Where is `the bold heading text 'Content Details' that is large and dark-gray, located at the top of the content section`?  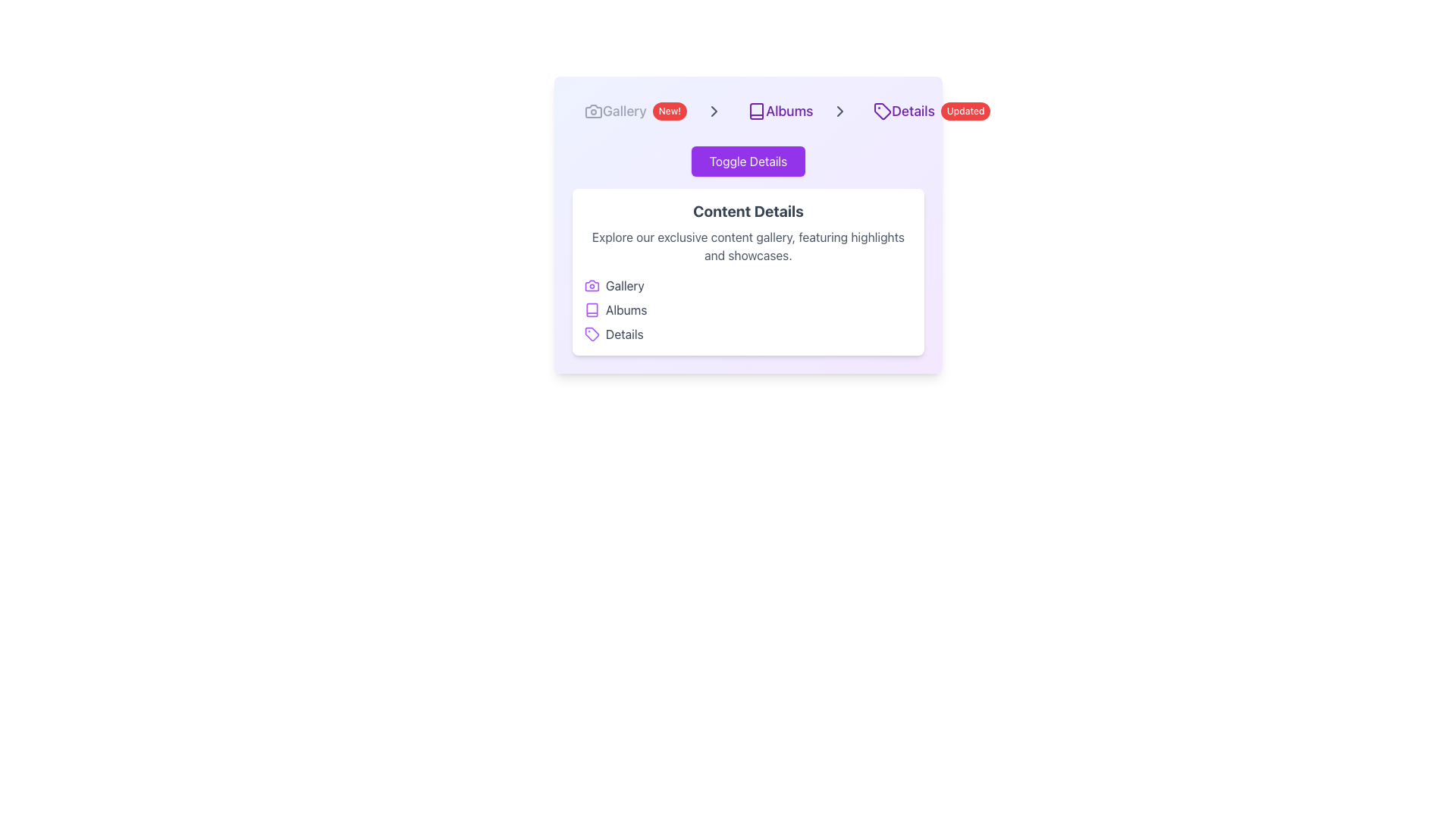
the bold heading text 'Content Details' that is large and dark-gray, located at the top of the content section is located at coordinates (748, 211).